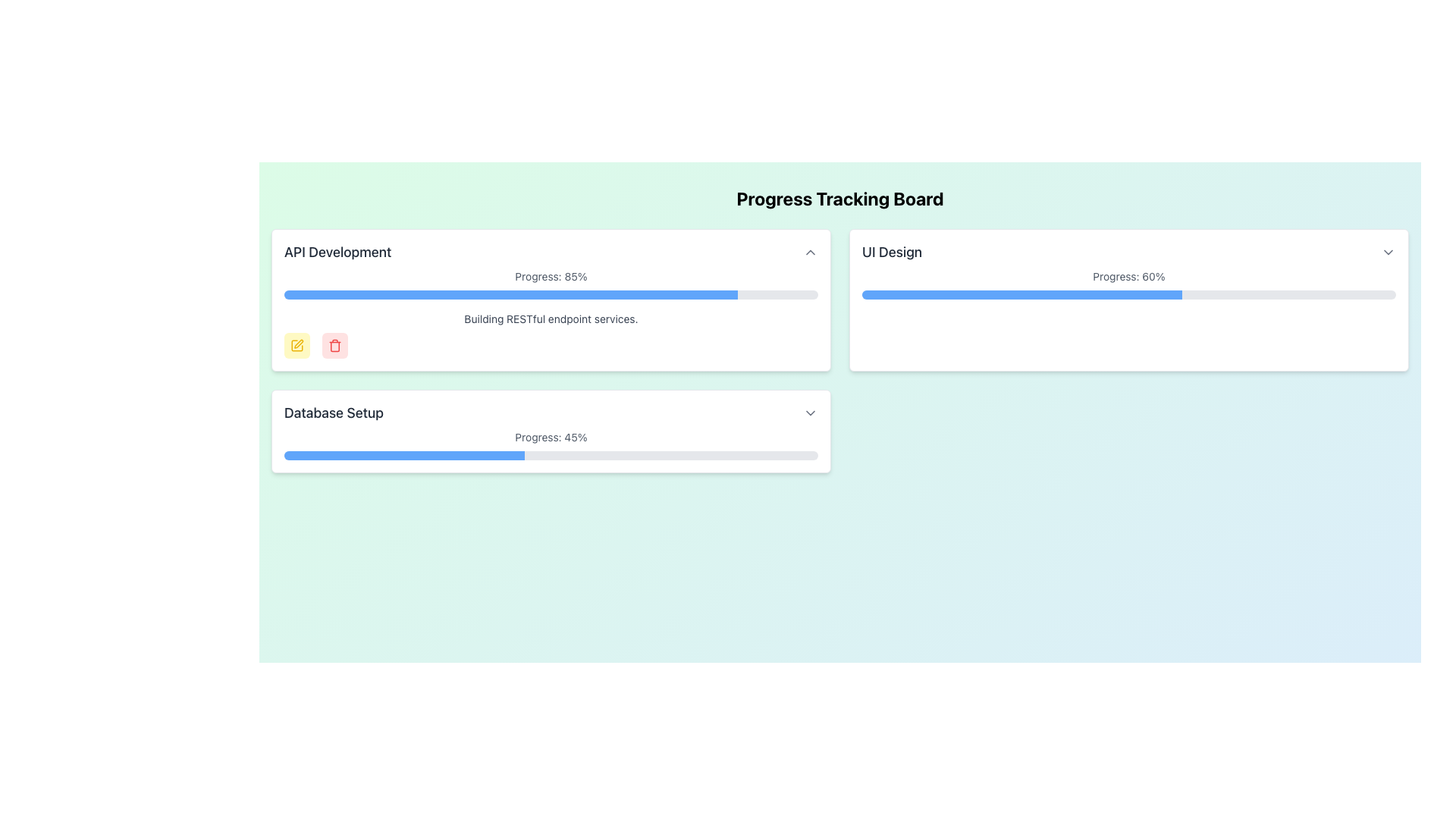 This screenshot has height=819, width=1456. Describe the element at coordinates (297, 345) in the screenshot. I see `the small button with rounded corners and a light yellow background featuring a pencil icon` at that location.